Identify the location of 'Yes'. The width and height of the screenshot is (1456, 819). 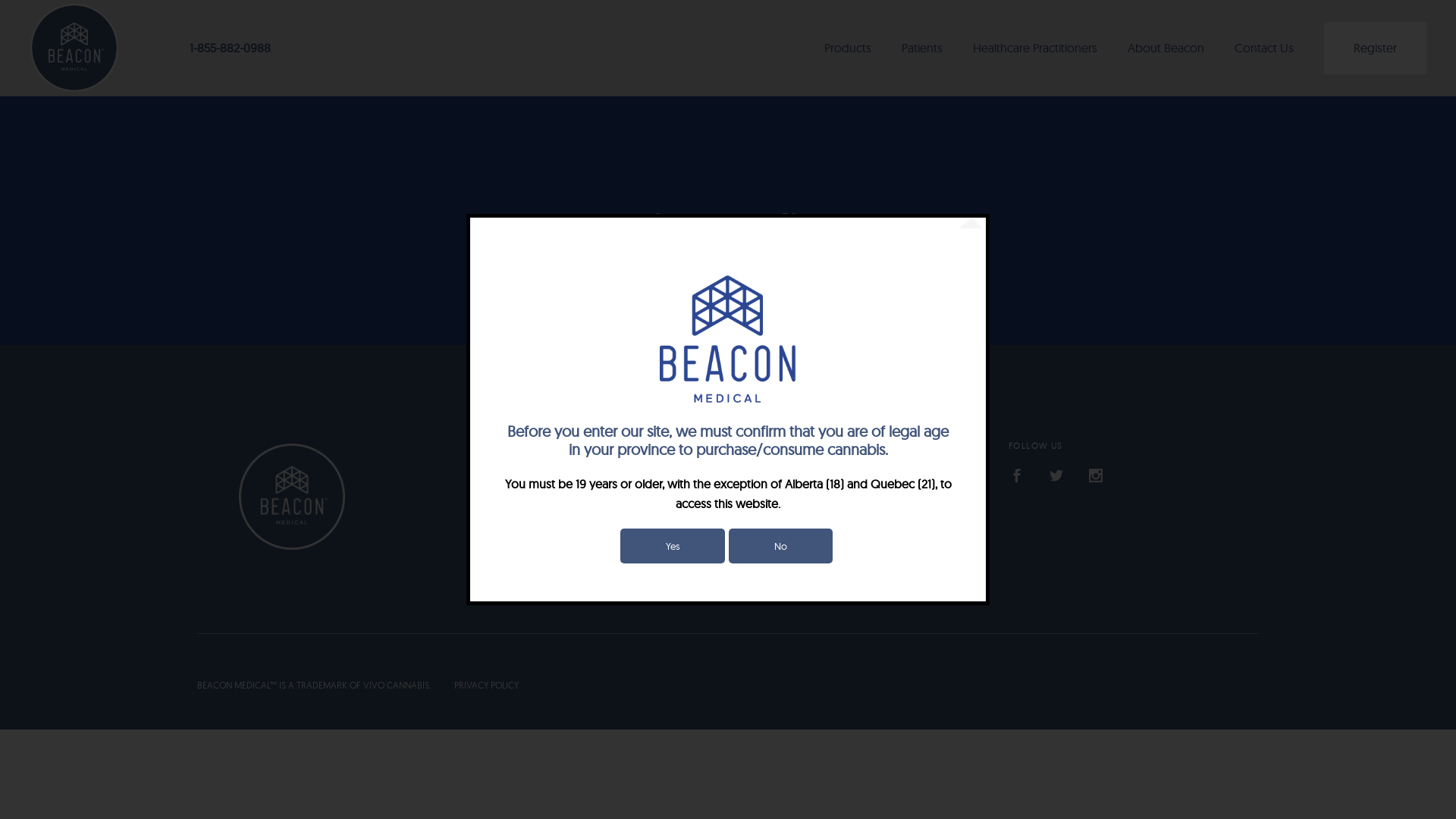
(672, 546).